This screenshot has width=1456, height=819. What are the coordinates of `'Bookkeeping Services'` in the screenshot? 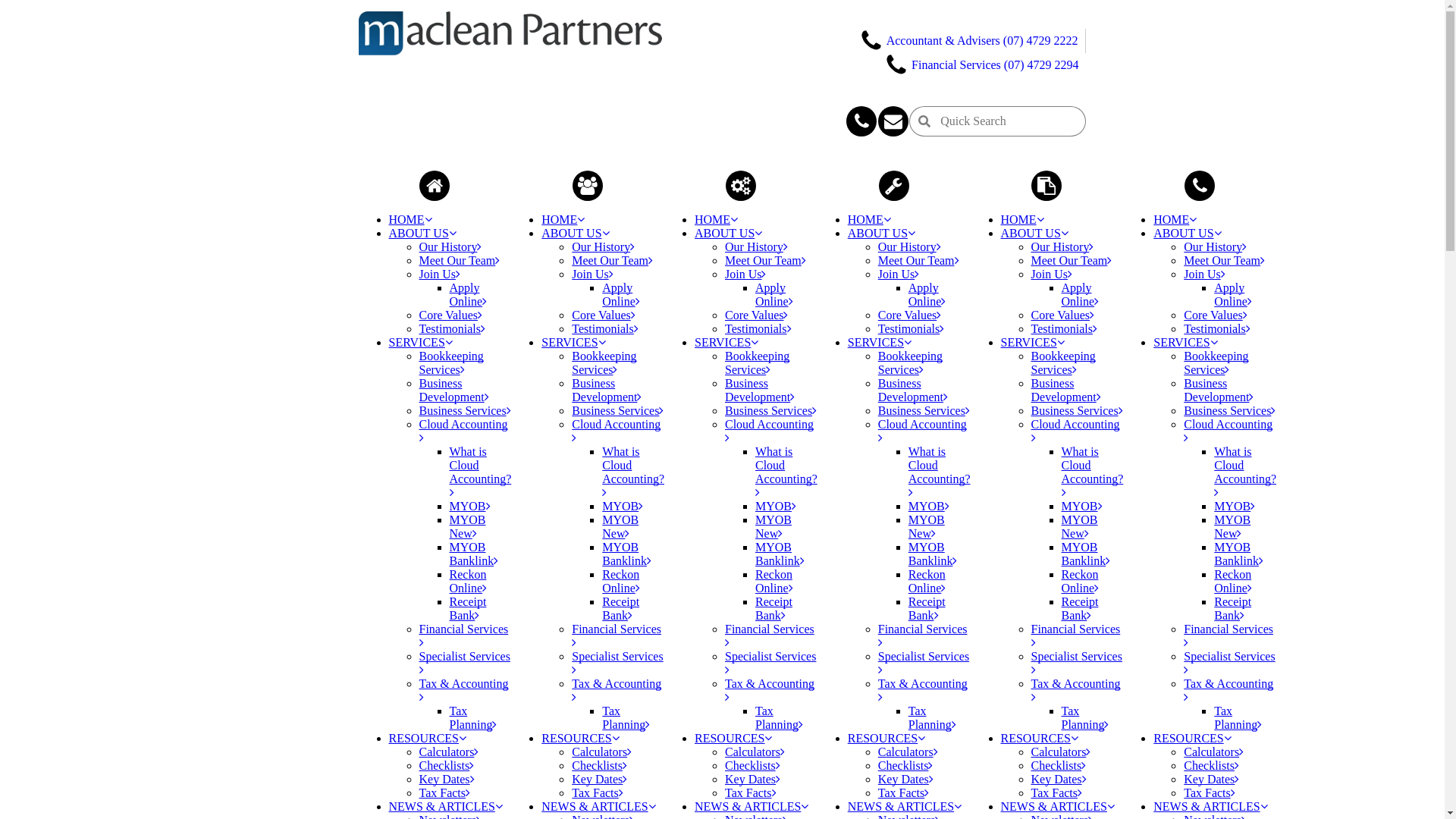 It's located at (450, 362).